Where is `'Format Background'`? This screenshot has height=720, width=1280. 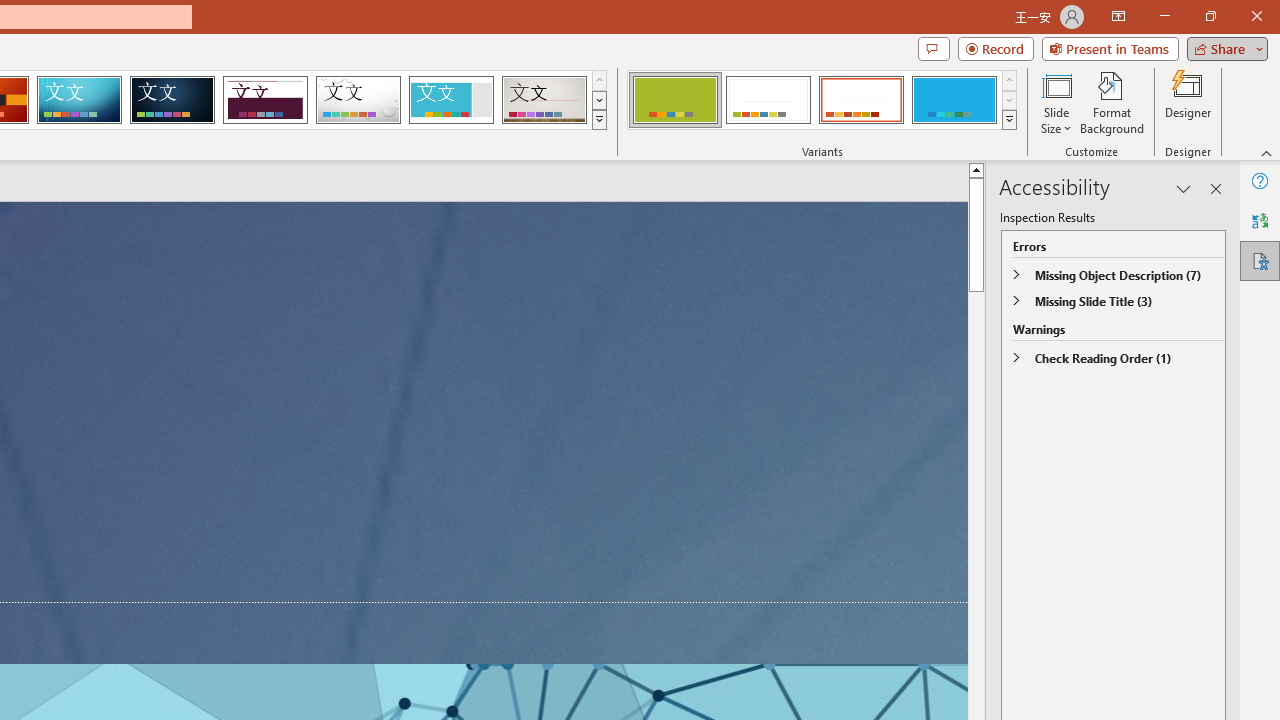 'Format Background' is located at coordinates (1111, 103).